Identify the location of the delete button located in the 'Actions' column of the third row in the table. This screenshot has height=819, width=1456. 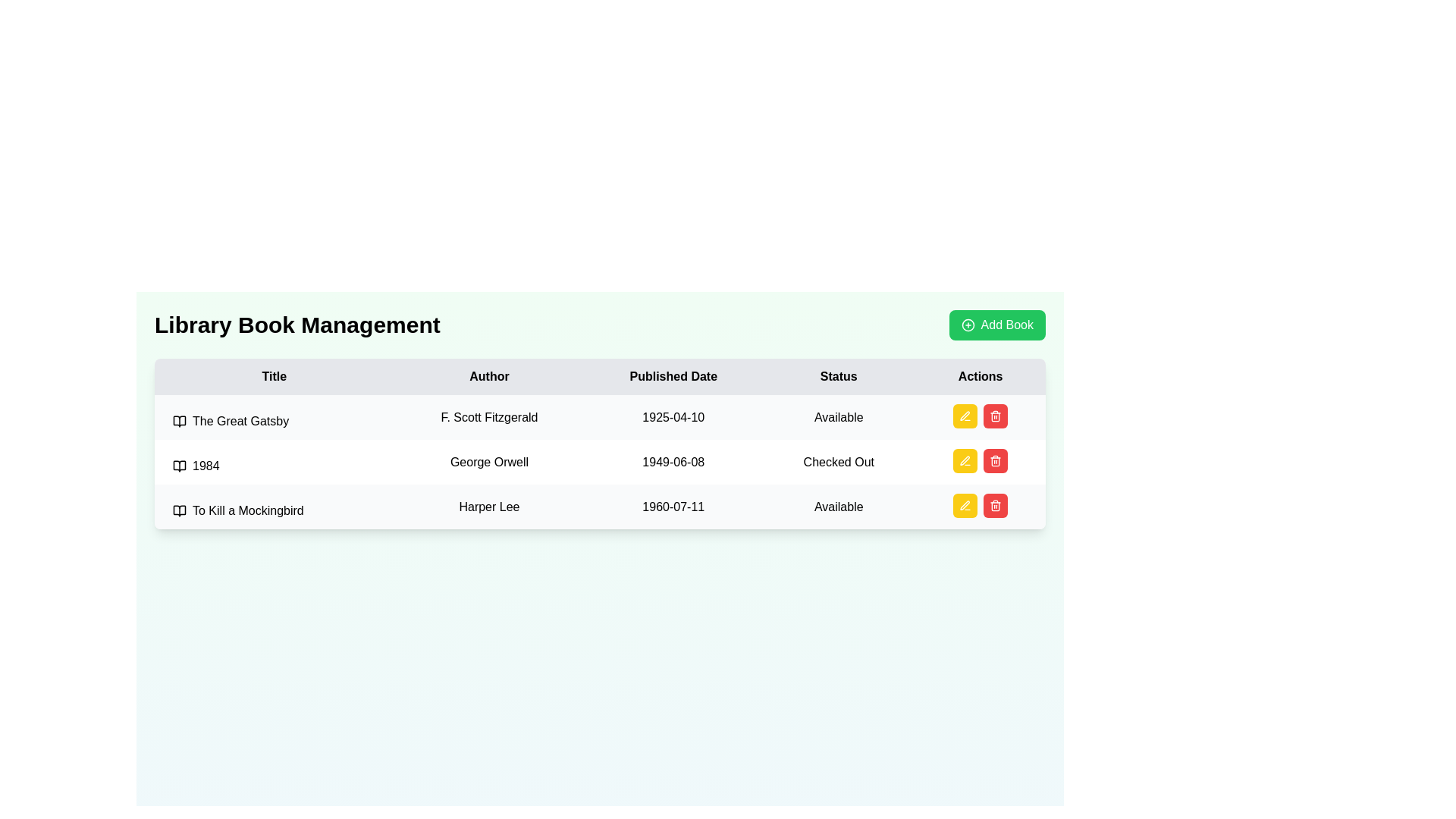
(996, 416).